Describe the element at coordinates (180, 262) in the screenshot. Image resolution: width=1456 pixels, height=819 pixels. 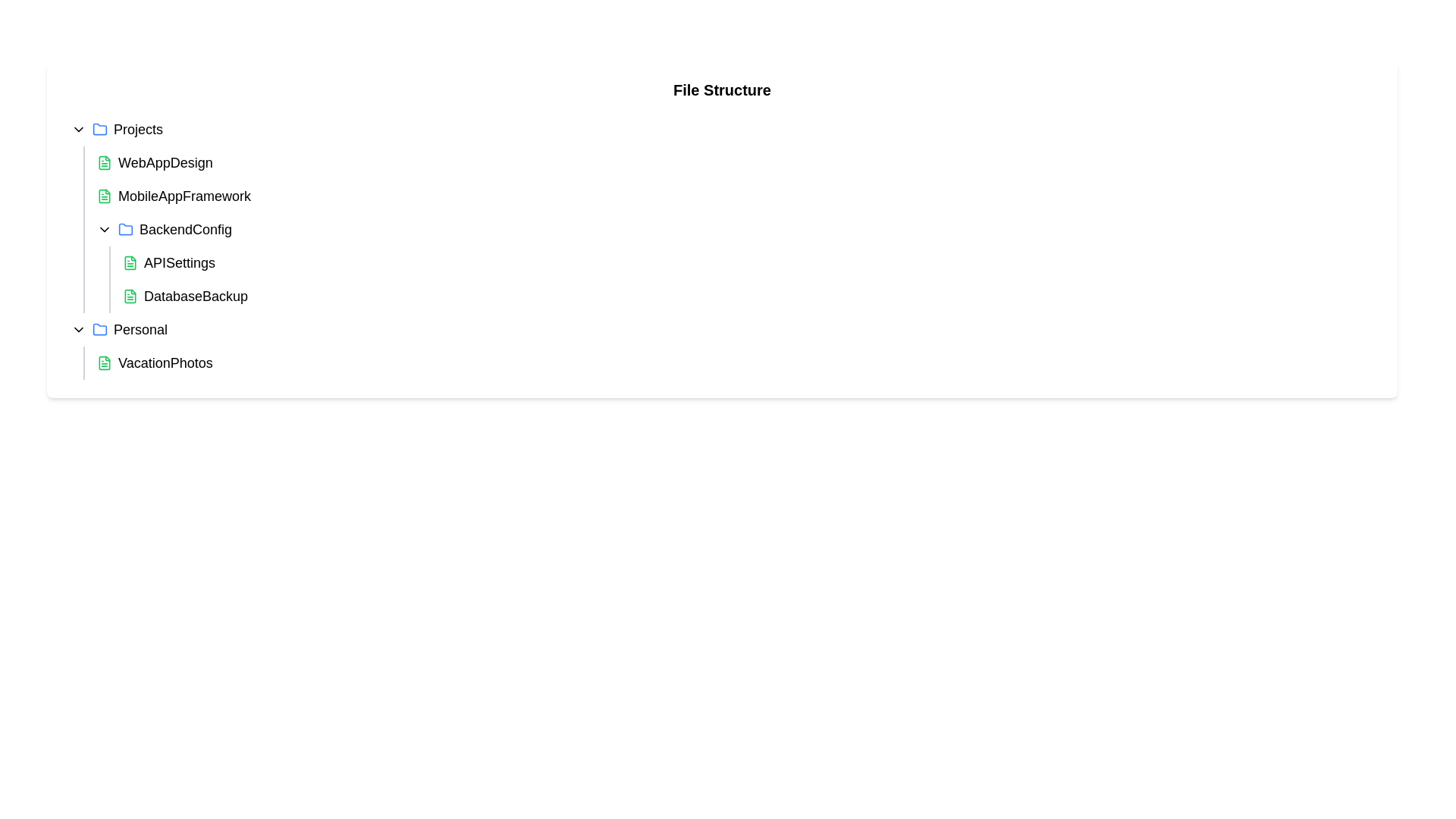
I see `the 'APISettings' text label, which is a bold medium-sized label located under the 'BackendConfig' folder in the file structure interface` at that location.